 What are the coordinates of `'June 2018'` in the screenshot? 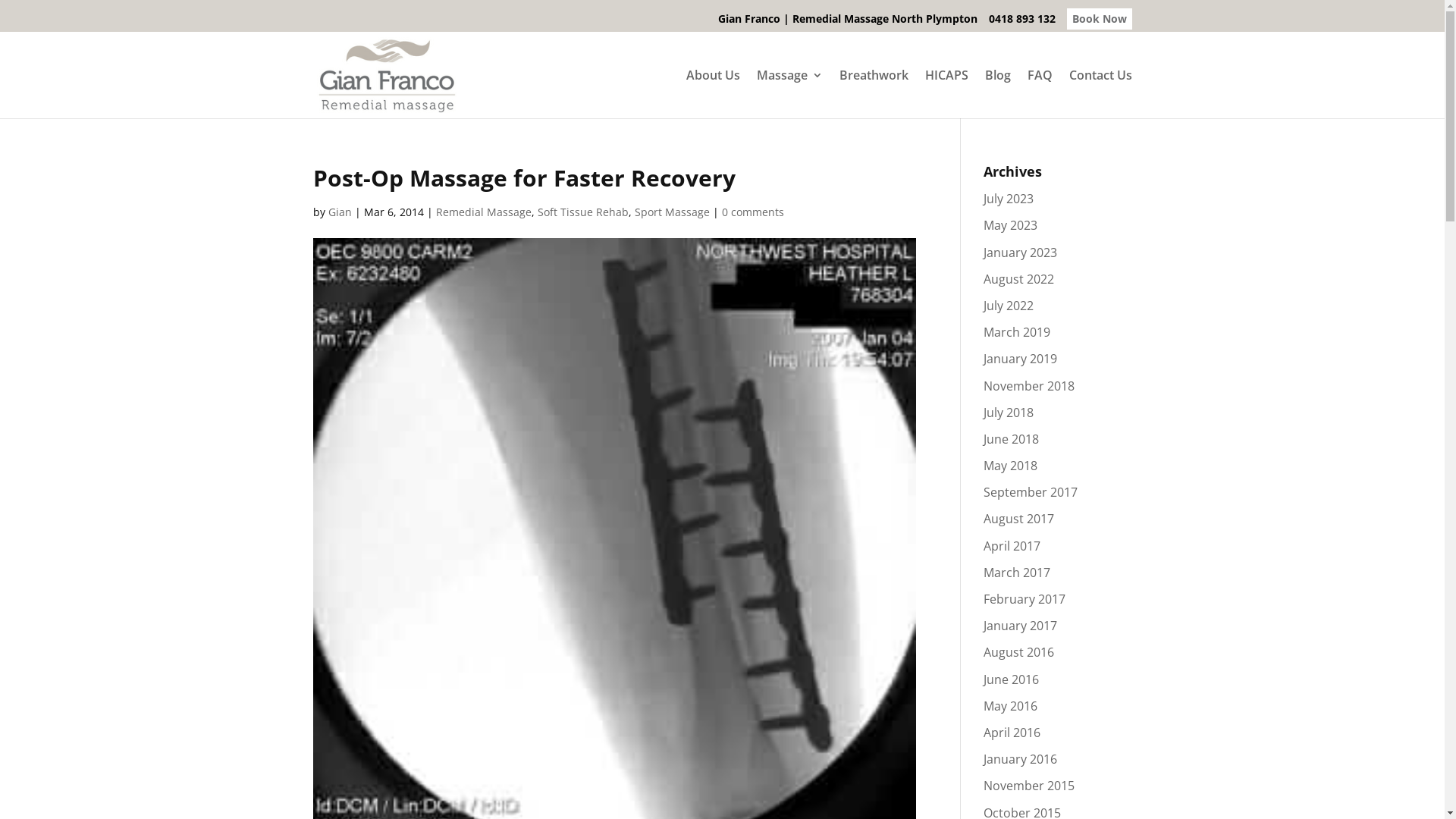 It's located at (1011, 438).